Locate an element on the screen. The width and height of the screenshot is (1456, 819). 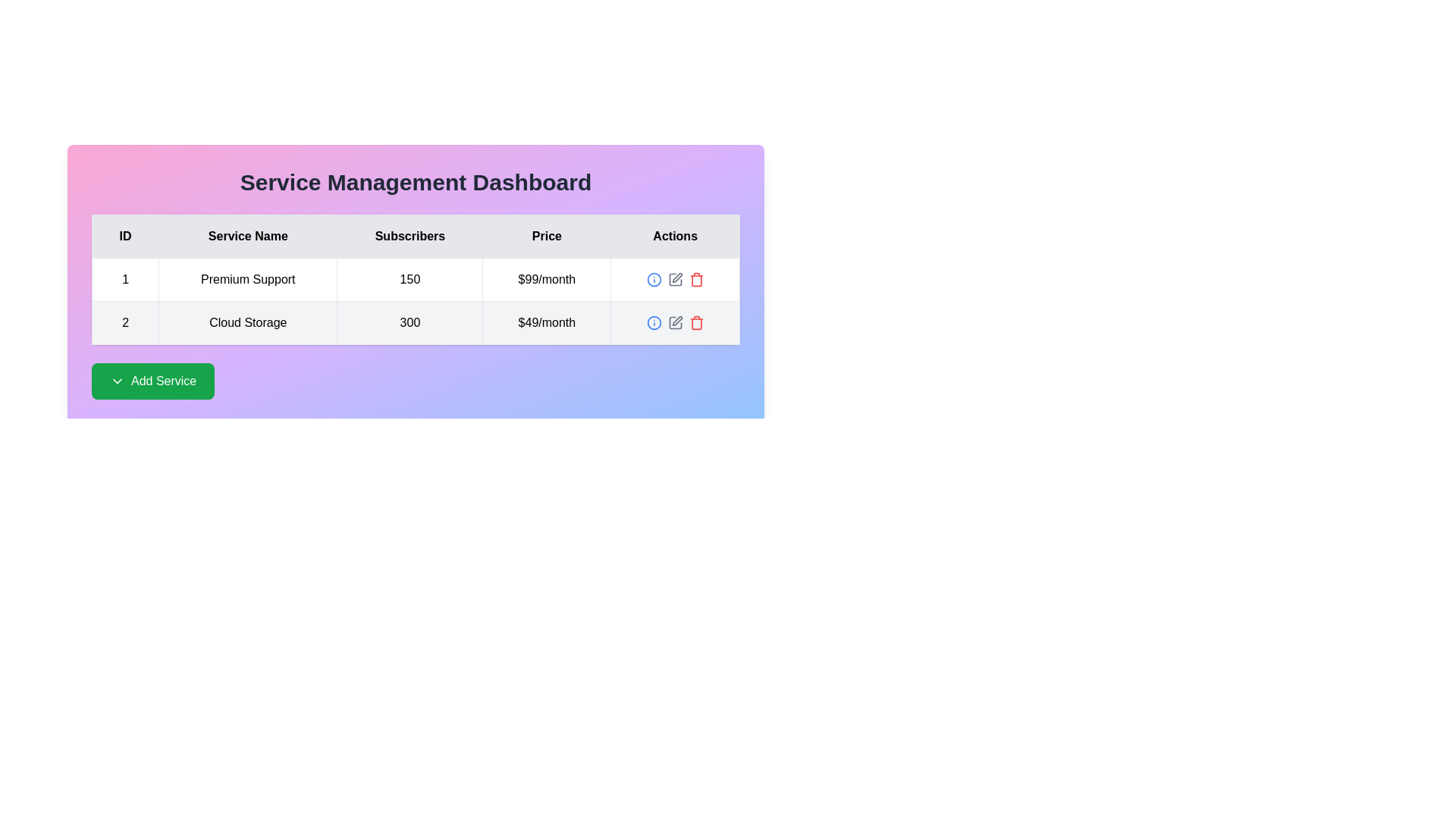
the first cell in the second row of the table, which contains the number '2', for selection is located at coordinates (125, 322).